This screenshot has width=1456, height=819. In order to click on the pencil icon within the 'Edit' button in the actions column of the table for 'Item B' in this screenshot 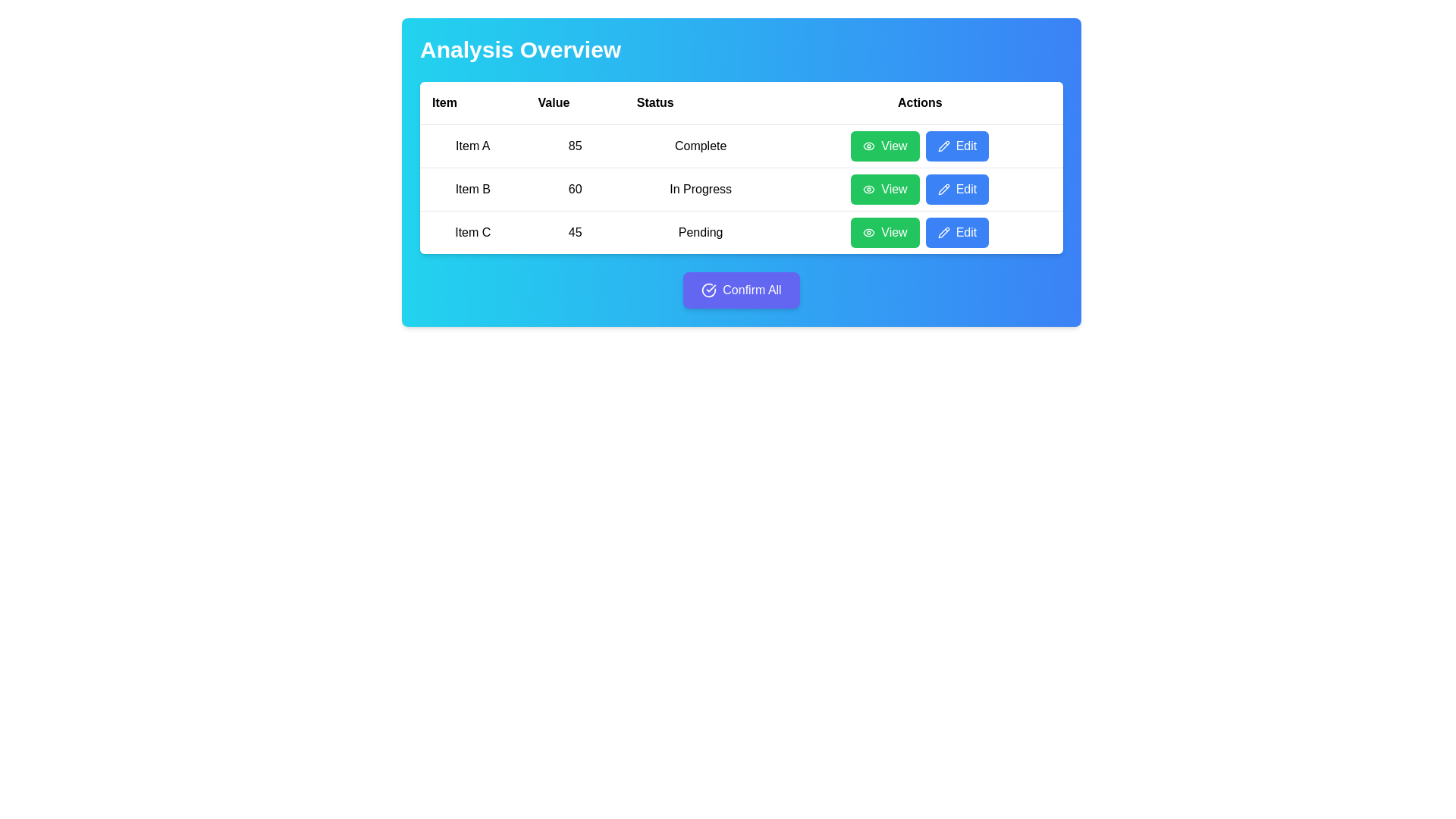, I will do `click(943, 189)`.